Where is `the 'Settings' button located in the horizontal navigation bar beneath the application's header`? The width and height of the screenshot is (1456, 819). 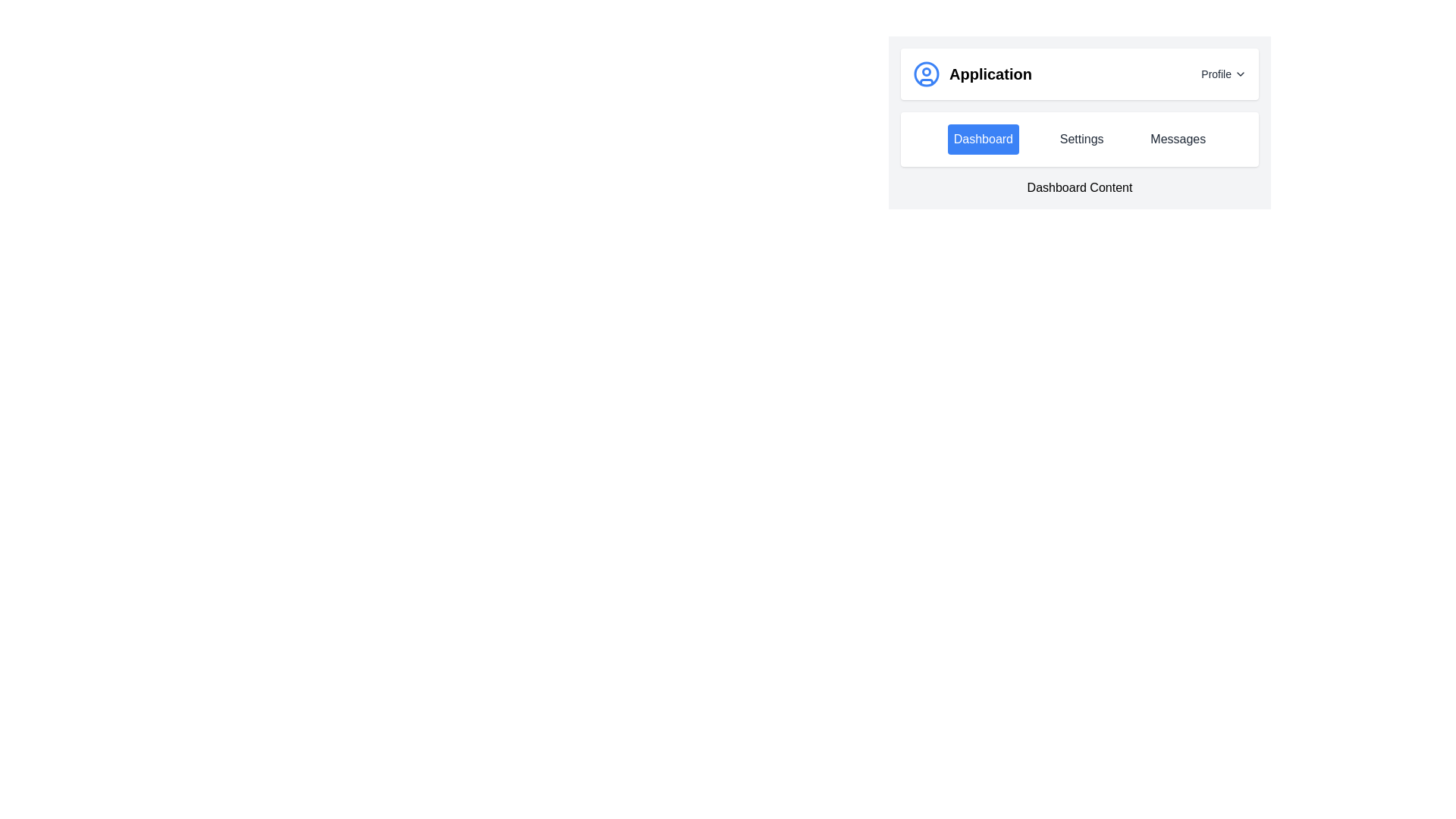 the 'Settings' button located in the horizontal navigation bar beneath the application's header is located at coordinates (1081, 140).